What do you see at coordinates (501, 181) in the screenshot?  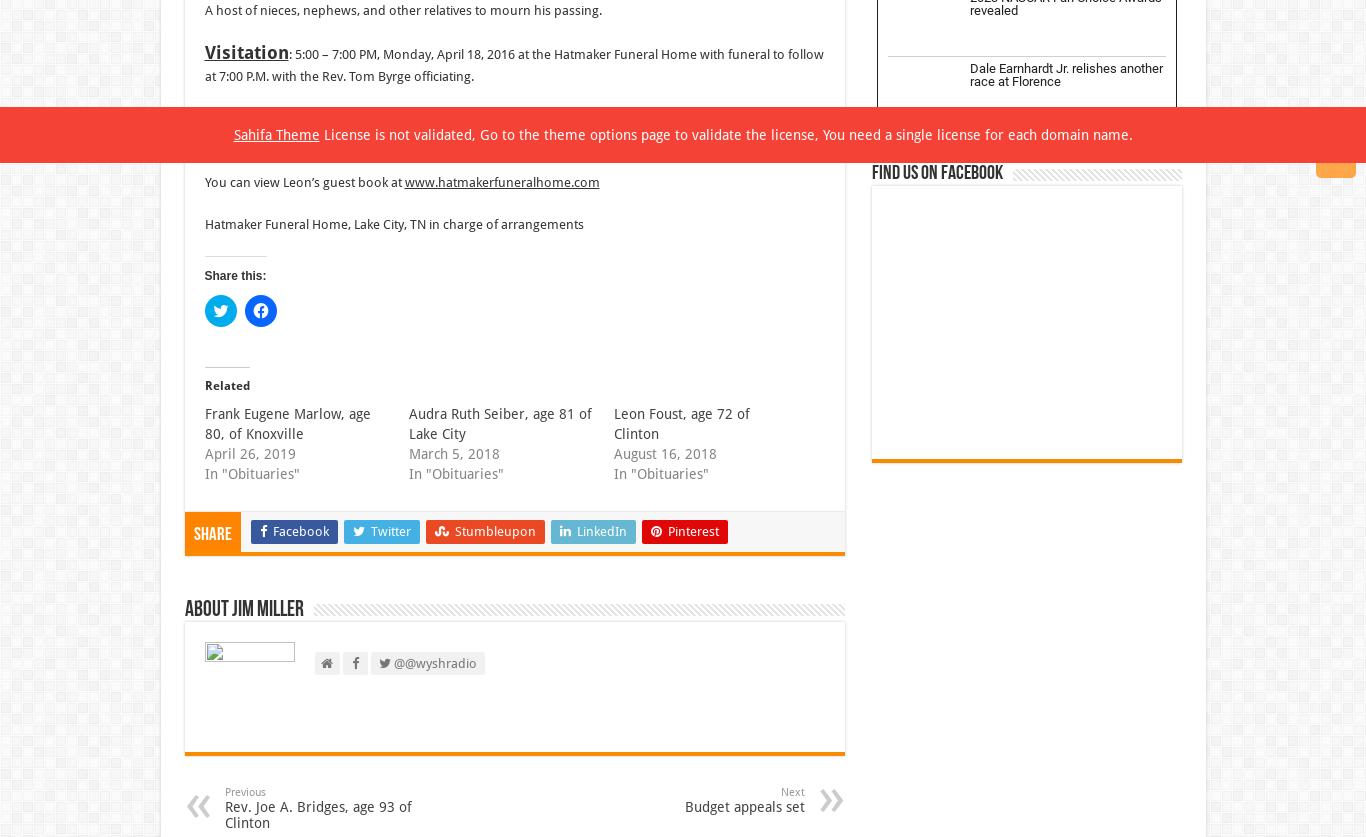 I see `'www.hatmakerfuneralhome.com'` at bounding box center [501, 181].